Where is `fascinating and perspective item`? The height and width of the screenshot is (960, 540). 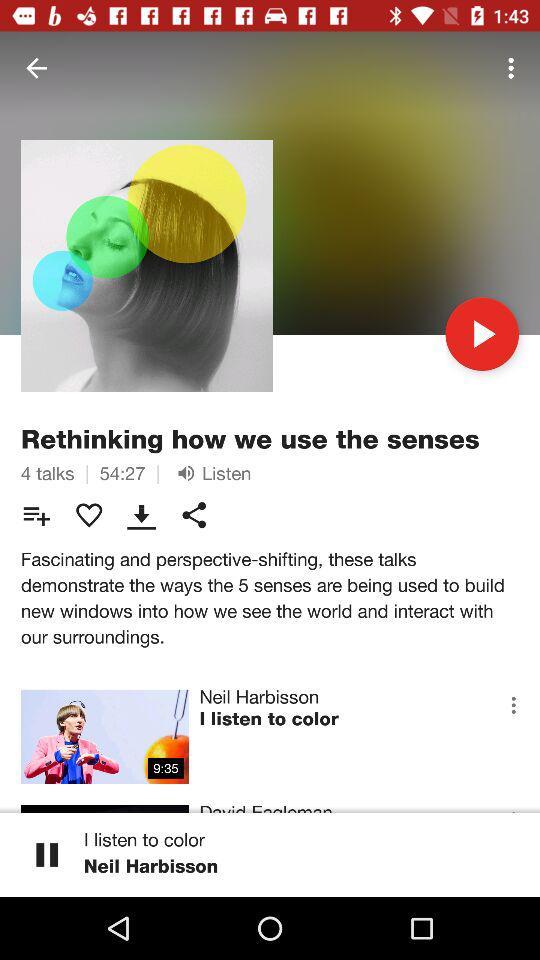
fascinating and perspective item is located at coordinates (270, 597).